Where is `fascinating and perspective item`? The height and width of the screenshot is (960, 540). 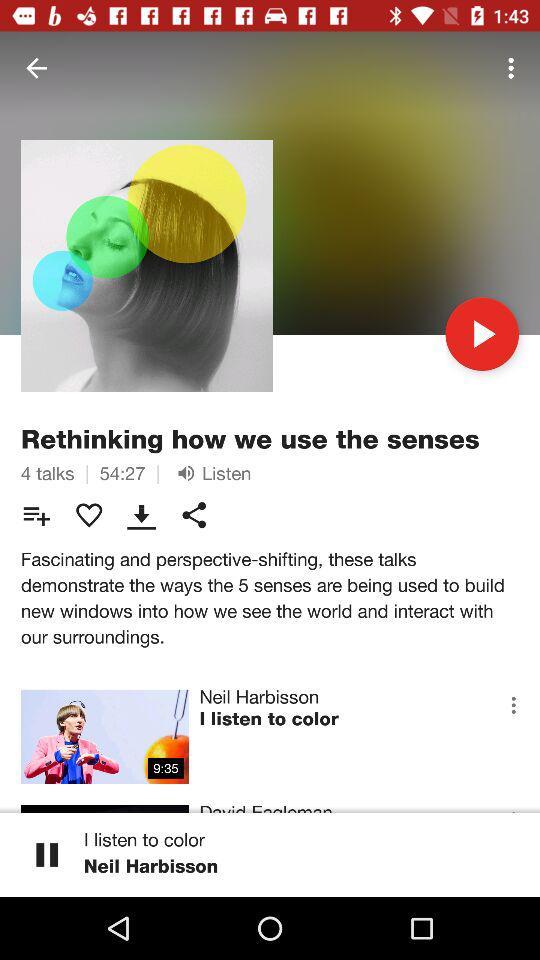
fascinating and perspective item is located at coordinates (270, 597).